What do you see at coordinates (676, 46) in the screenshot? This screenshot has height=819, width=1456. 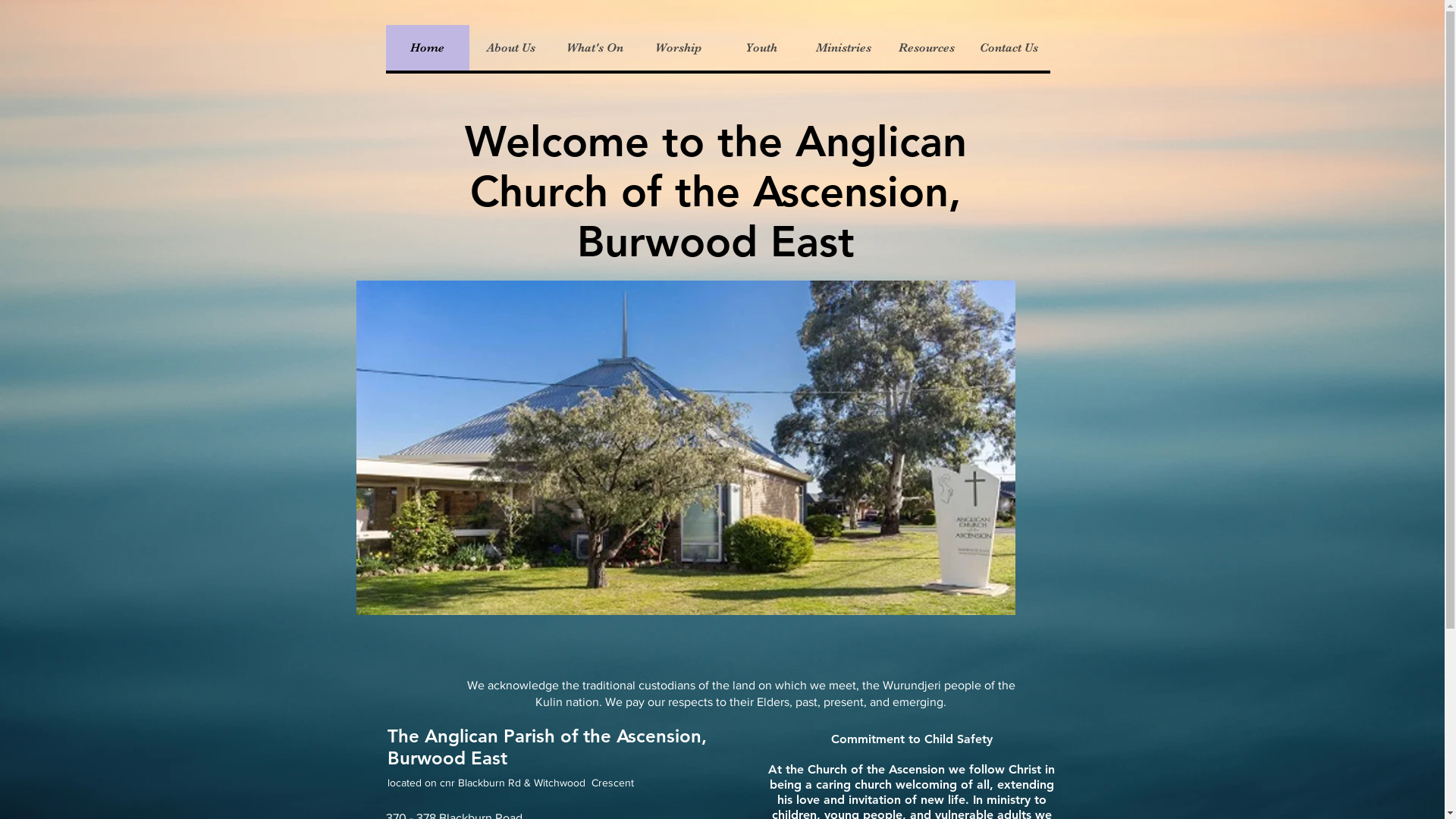 I see `'Worship'` at bounding box center [676, 46].